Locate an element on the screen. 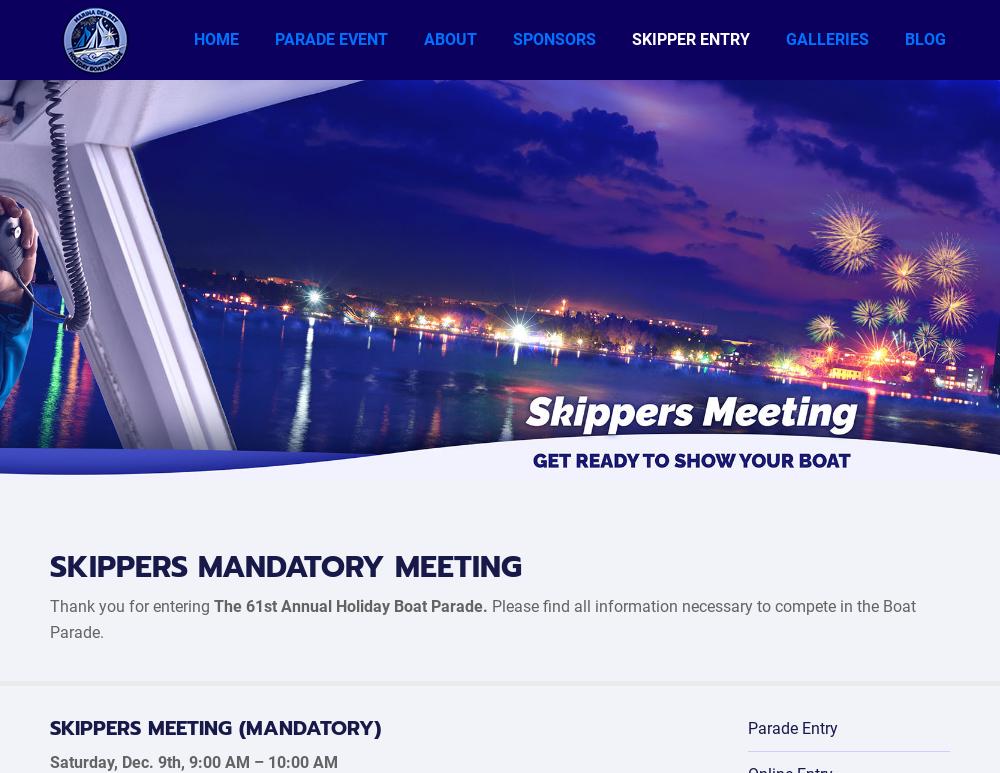 This screenshot has width=1000, height=773. 'Winners' is located at coordinates (811, 99).